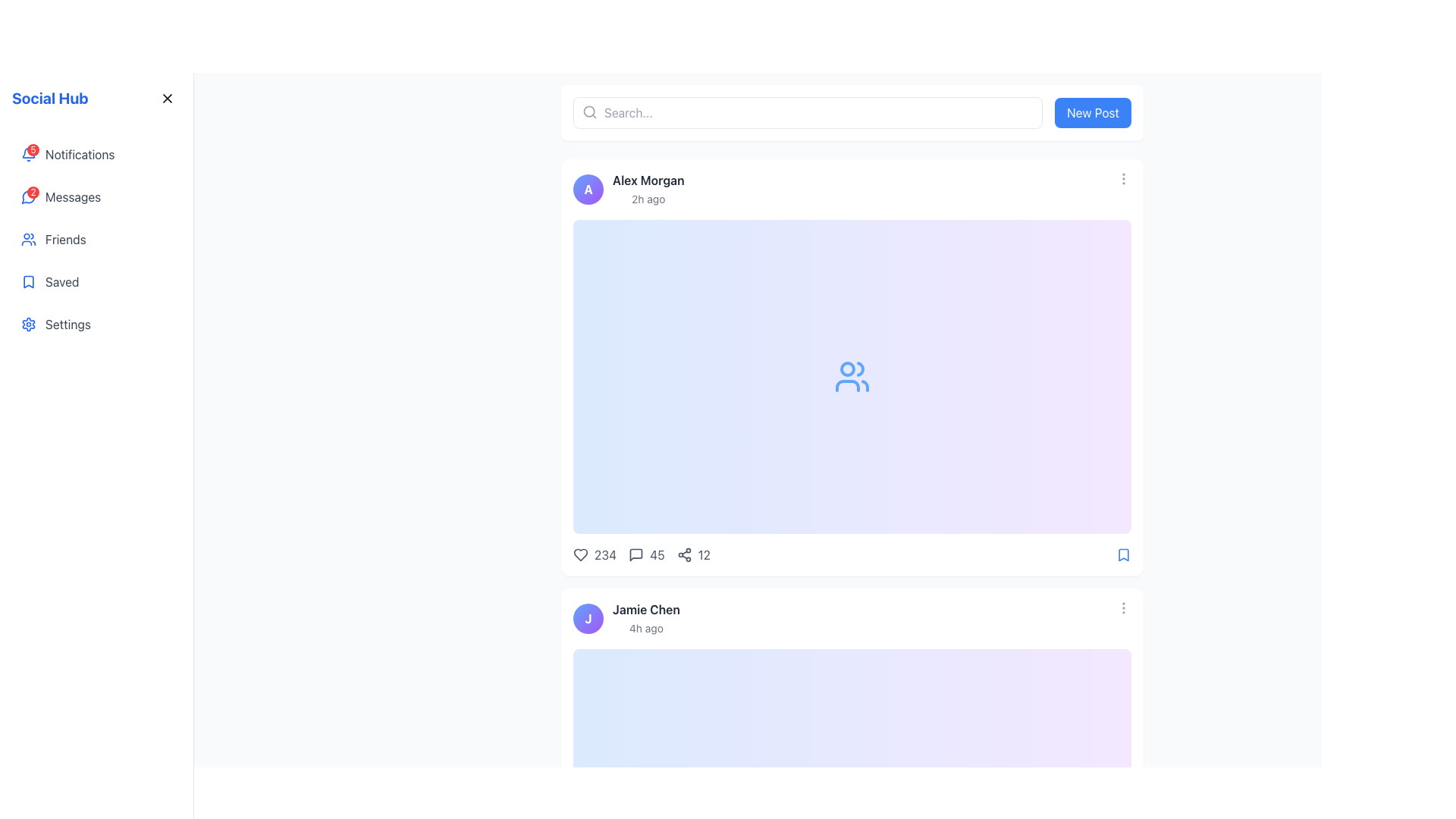  Describe the element at coordinates (646, 555) in the screenshot. I see `the interactive counter displaying the number of comments on the post` at that location.